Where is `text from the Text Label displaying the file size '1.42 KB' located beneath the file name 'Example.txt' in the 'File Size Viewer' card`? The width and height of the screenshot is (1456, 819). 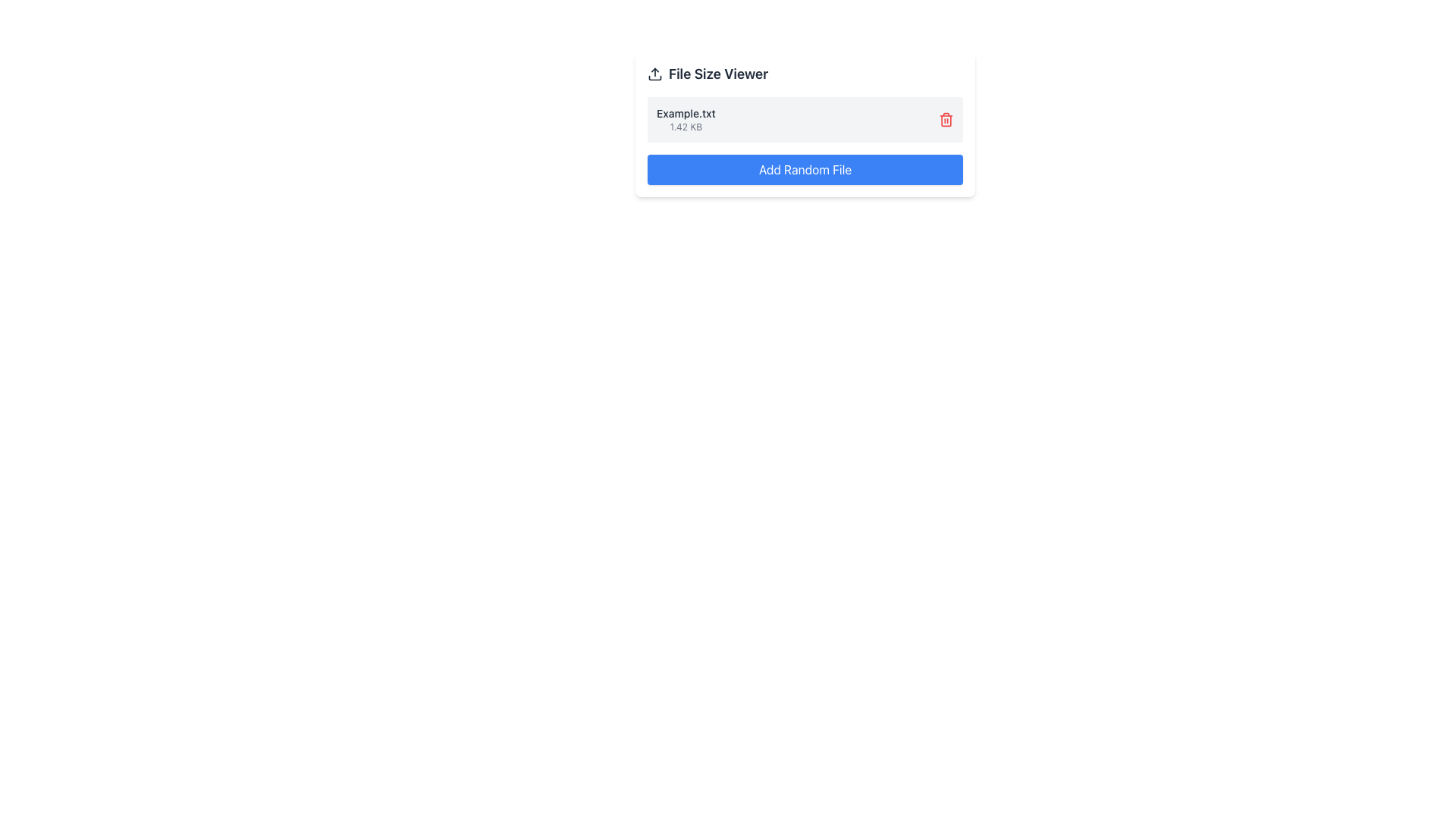
text from the Text Label displaying the file size '1.42 KB' located beneath the file name 'Example.txt' in the 'File Size Viewer' card is located at coordinates (685, 127).